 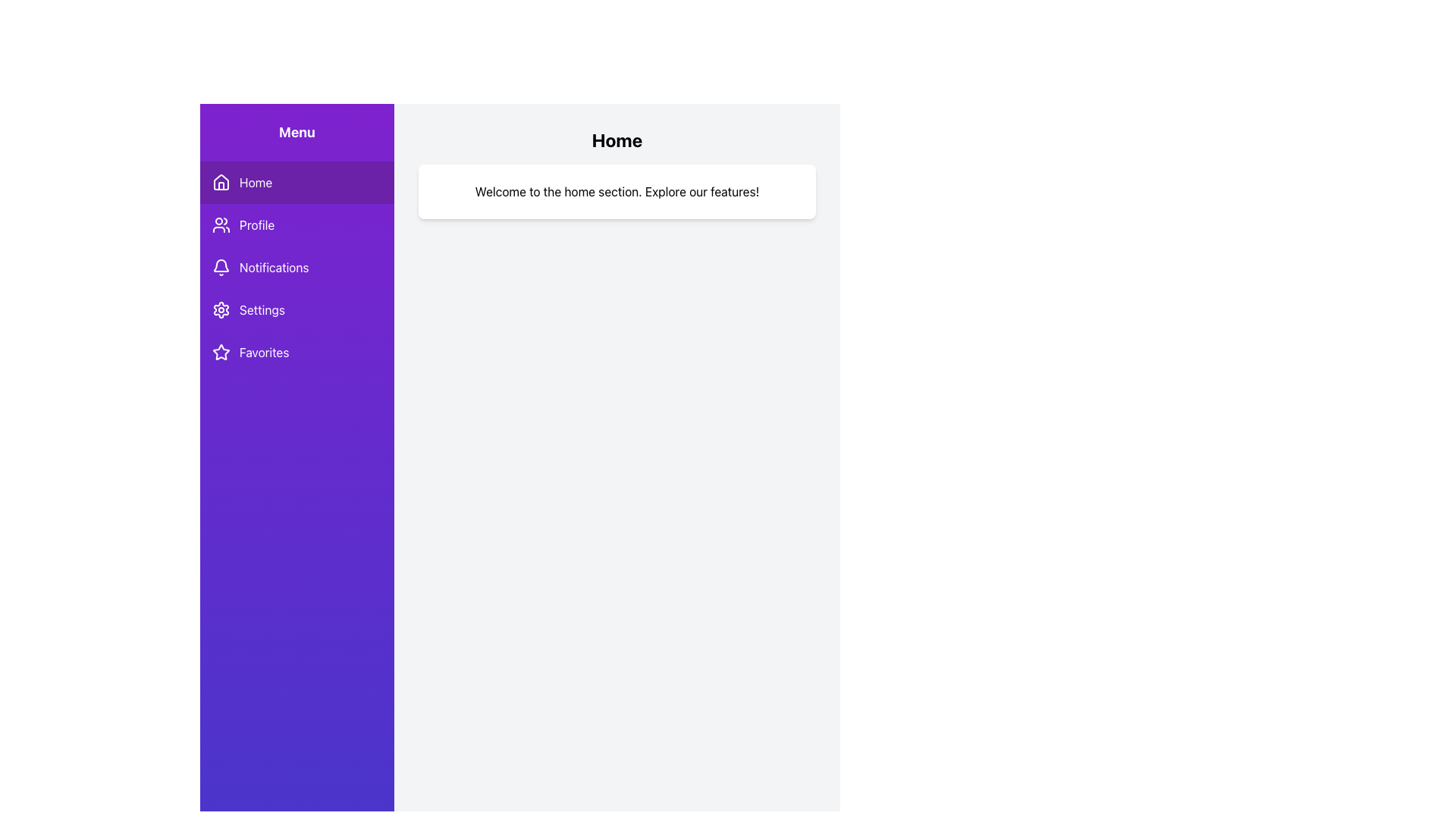 What do you see at coordinates (297, 309) in the screenshot?
I see `the 'Settings' button in the navigation menu` at bounding box center [297, 309].